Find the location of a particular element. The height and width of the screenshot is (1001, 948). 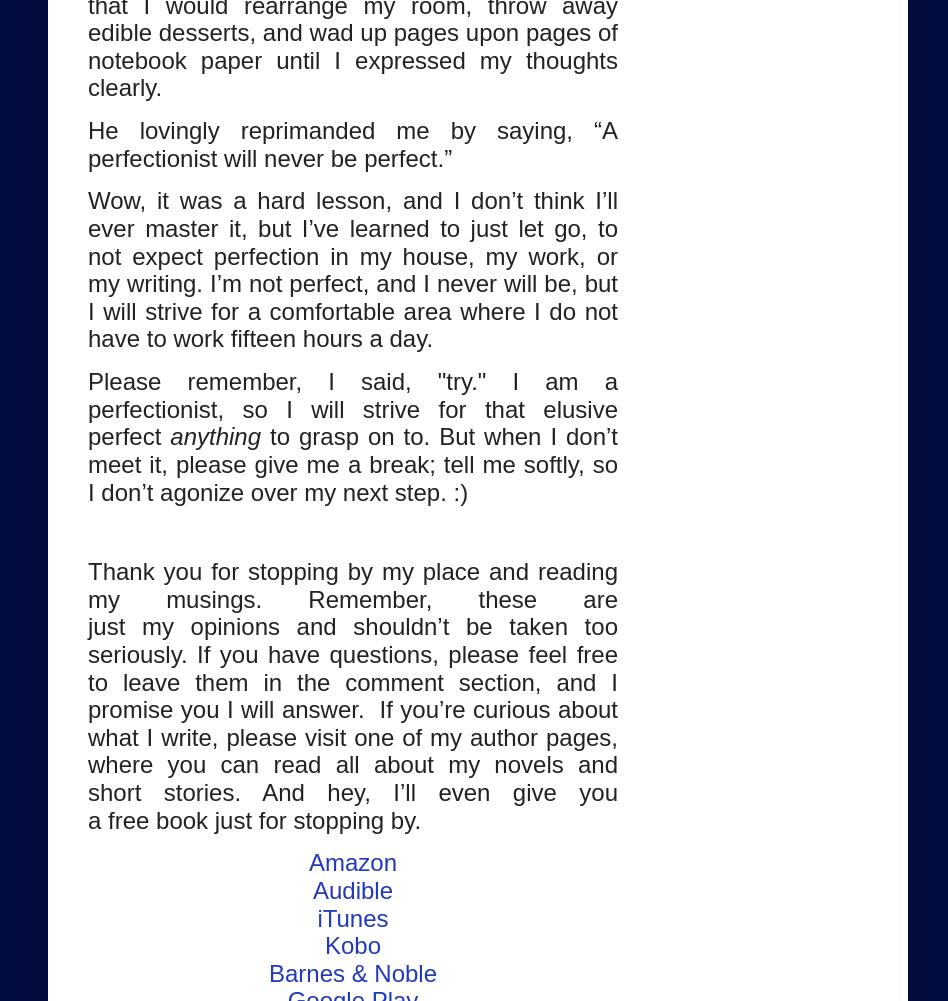

'and I don’t think I’ll ever
master it, but I’ve learned to just let go, to not expect perfection in my
house, my work, or my writing. I’m not perfect, and I never will be, but I will
strive for a comfortable area where I do not have to work fifteen hours a day.' is located at coordinates (353, 268).